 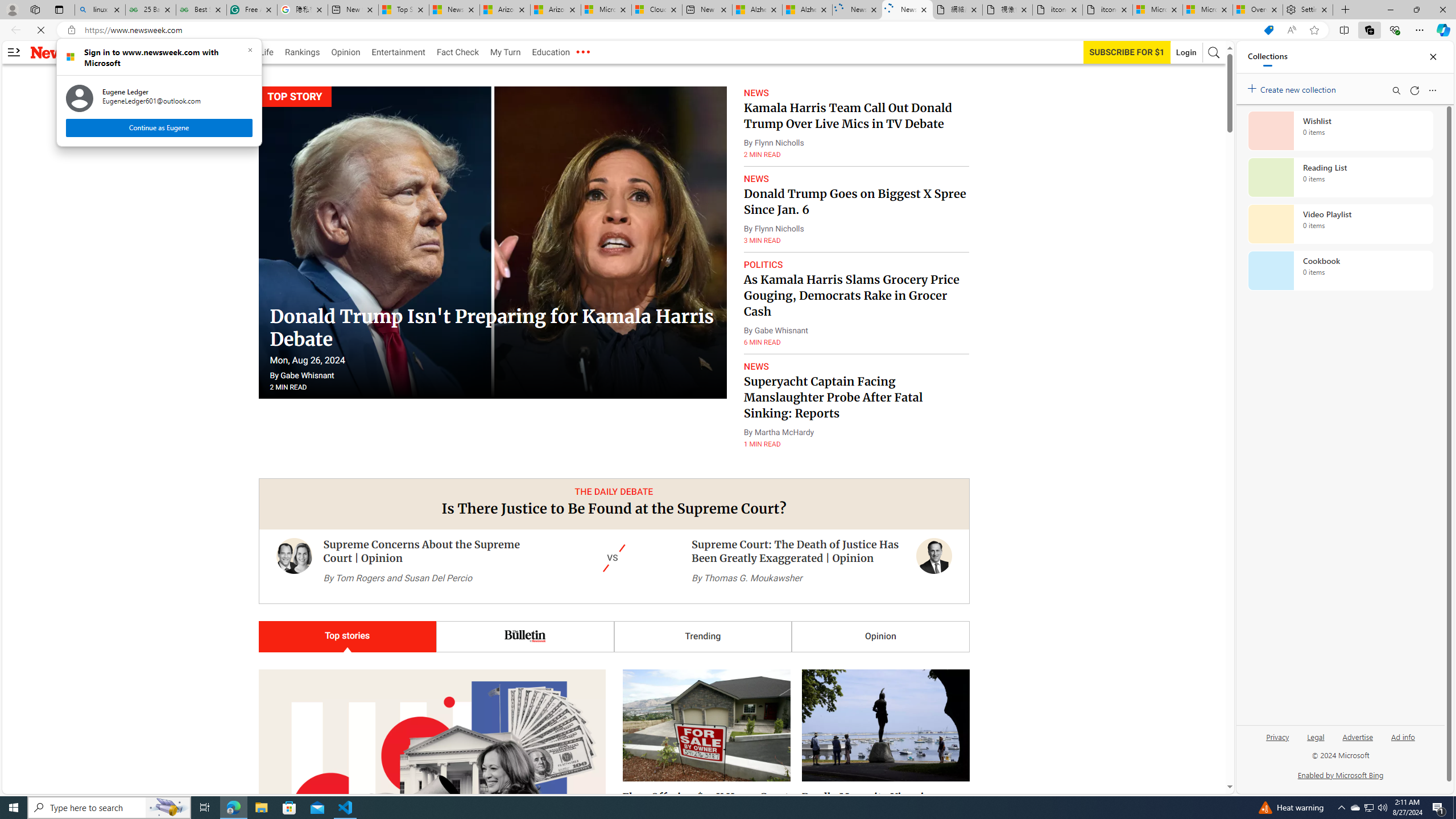 I want to click on 'Education', so click(x=549, y=52).